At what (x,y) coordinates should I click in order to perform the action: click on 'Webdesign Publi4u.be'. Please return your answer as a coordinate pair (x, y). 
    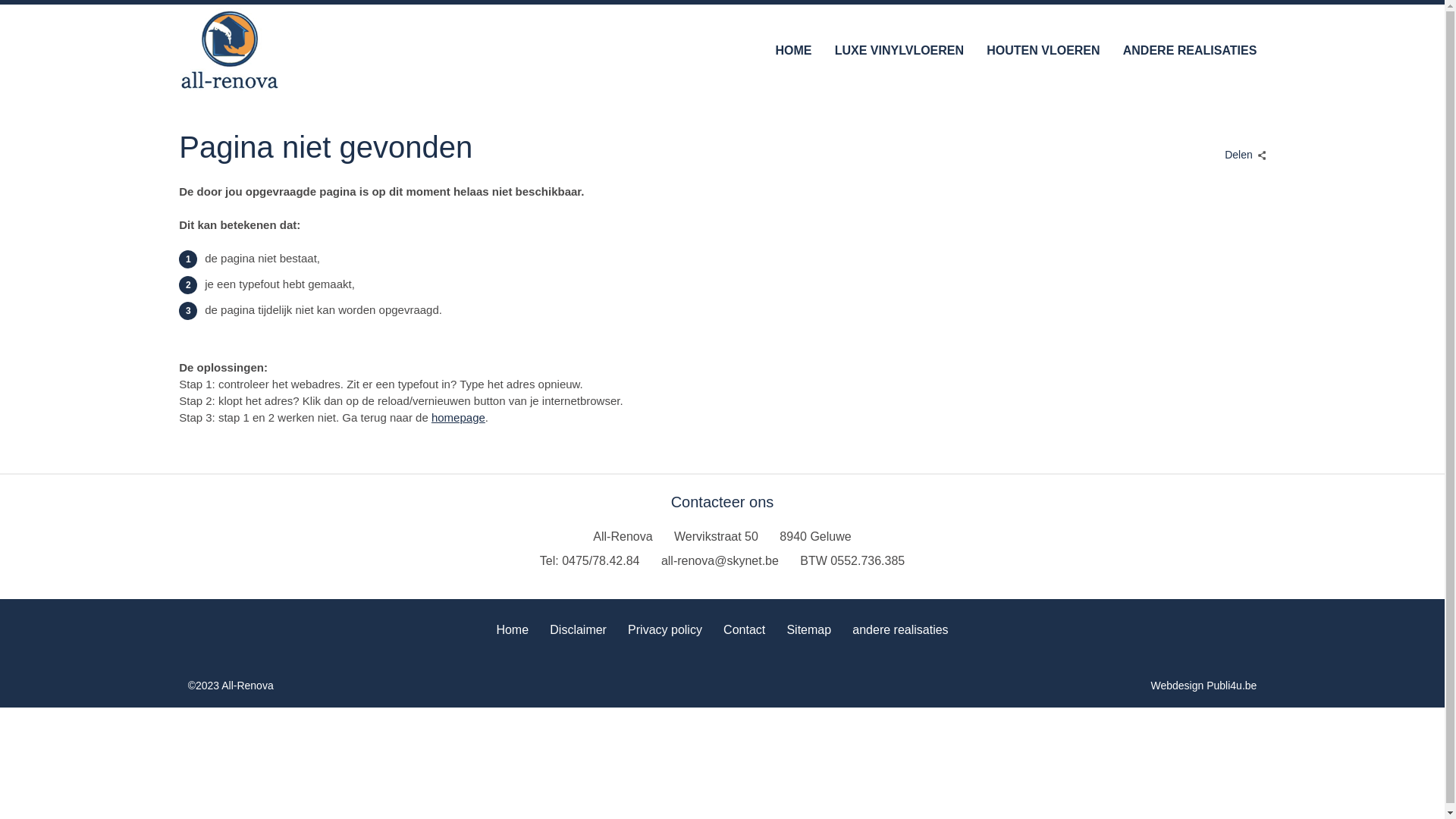
    Looking at the image, I should click on (1203, 685).